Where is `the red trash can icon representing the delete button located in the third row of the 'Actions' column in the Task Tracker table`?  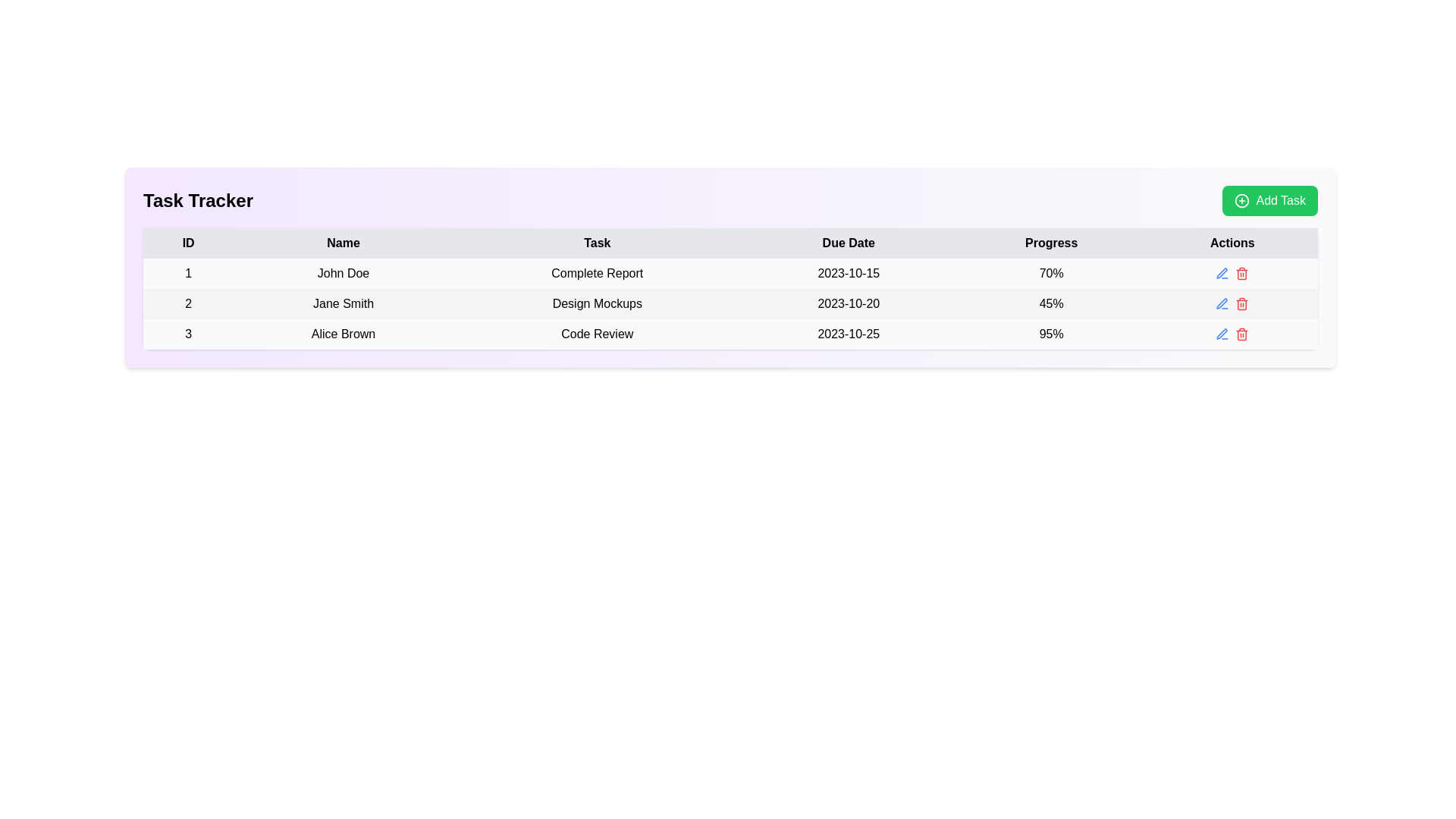 the red trash can icon representing the delete button located in the third row of the 'Actions' column in the Task Tracker table is located at coordinates (1242, 275).